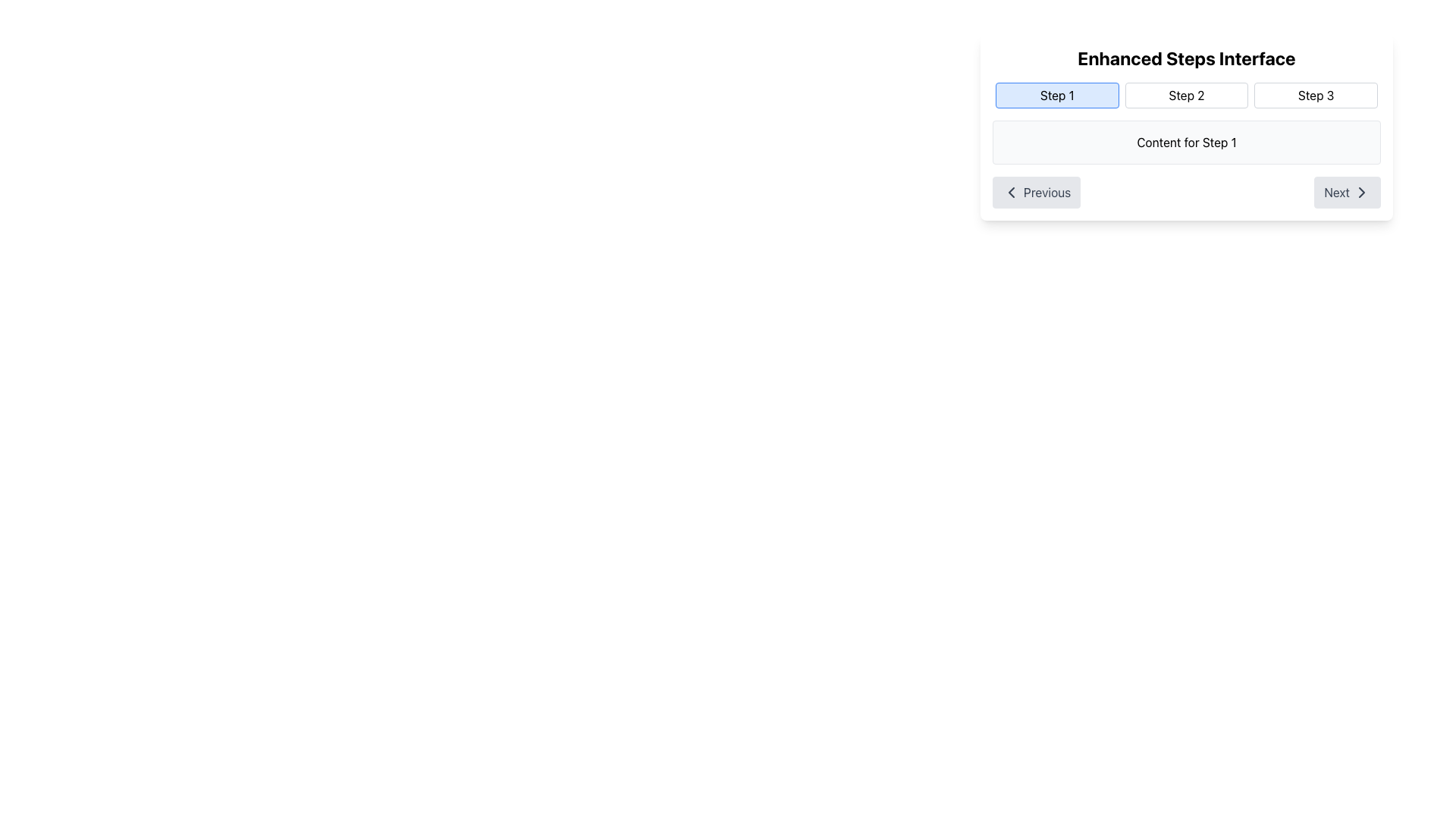 Image resolution: width=1456 pixels, height=819 pixels. I want to click on the button labeled 'Step 1', so click(1056, 96).